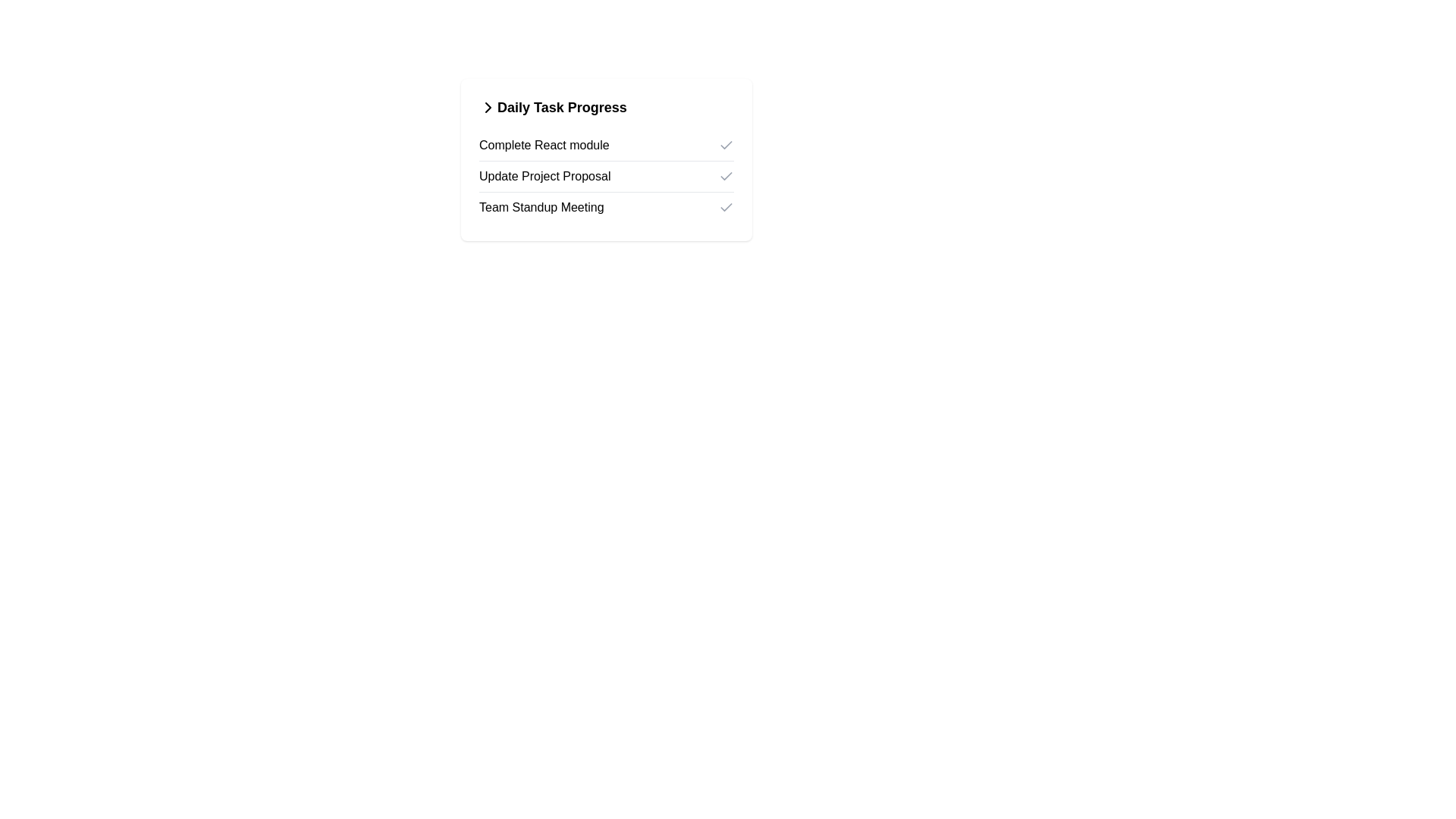 Image resolution: width=1456 pixels, height=819 pixels. What do you see at coordinates (726, 207) in the screenshot?
I see `the small SVG checkmark icon to the right of 'Team Standup Meeting'` at bounding box center [726, 207].